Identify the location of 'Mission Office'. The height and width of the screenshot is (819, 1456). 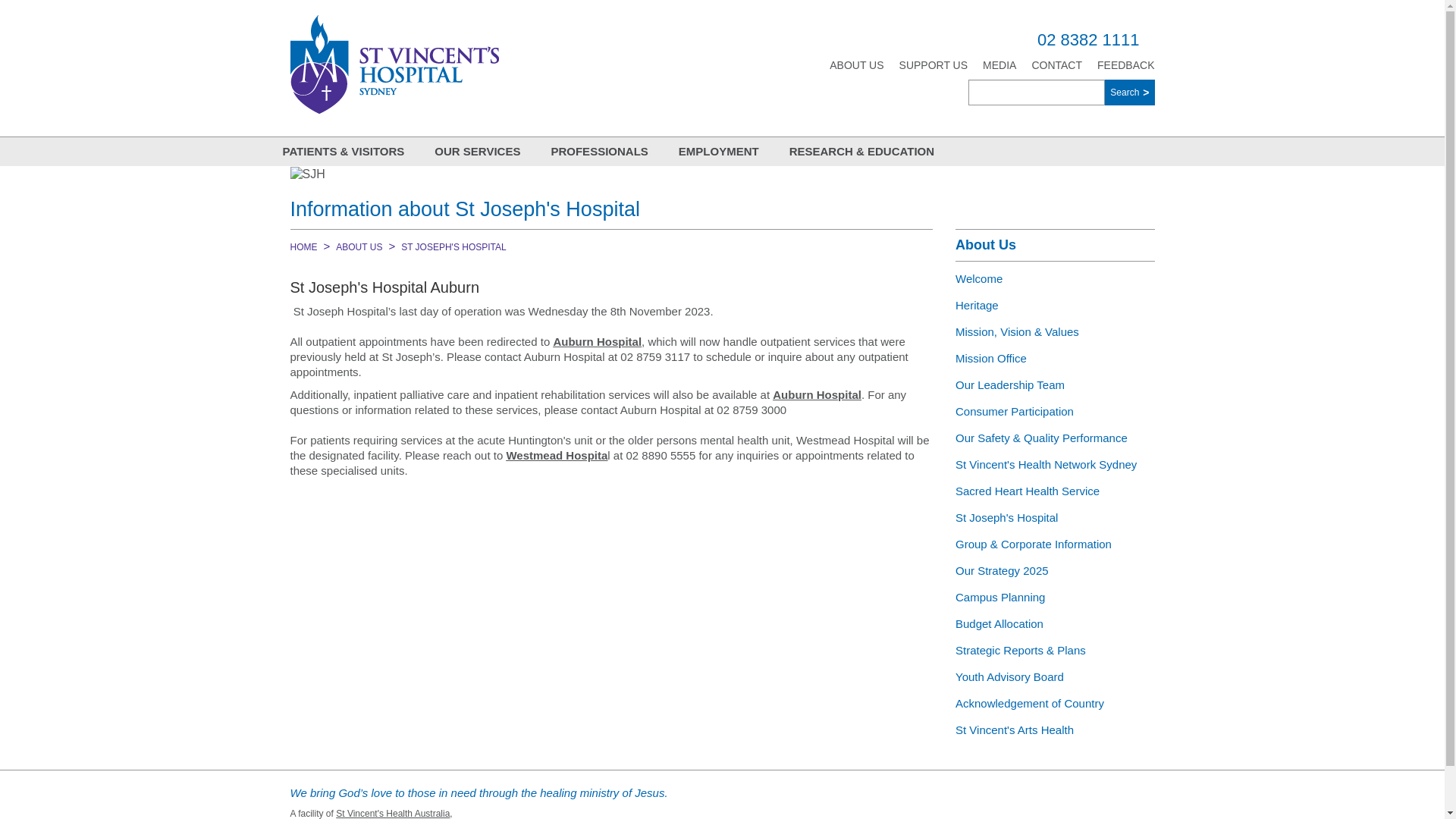
(1054, 358).